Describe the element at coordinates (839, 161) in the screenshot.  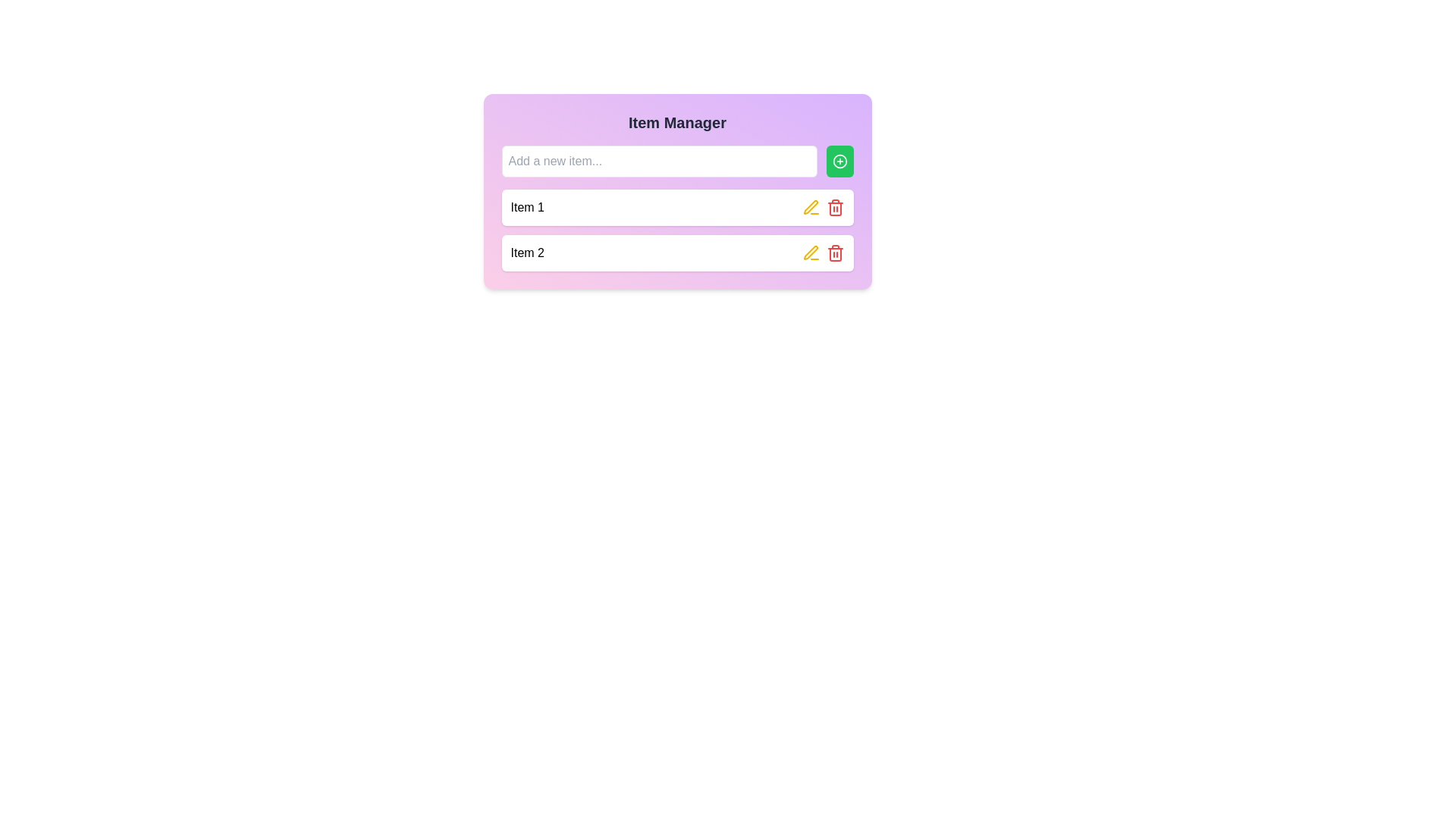
I see `the green circular button with a white cross icon located at the right end of the input field labeled 'Add a new item...'` at that location.